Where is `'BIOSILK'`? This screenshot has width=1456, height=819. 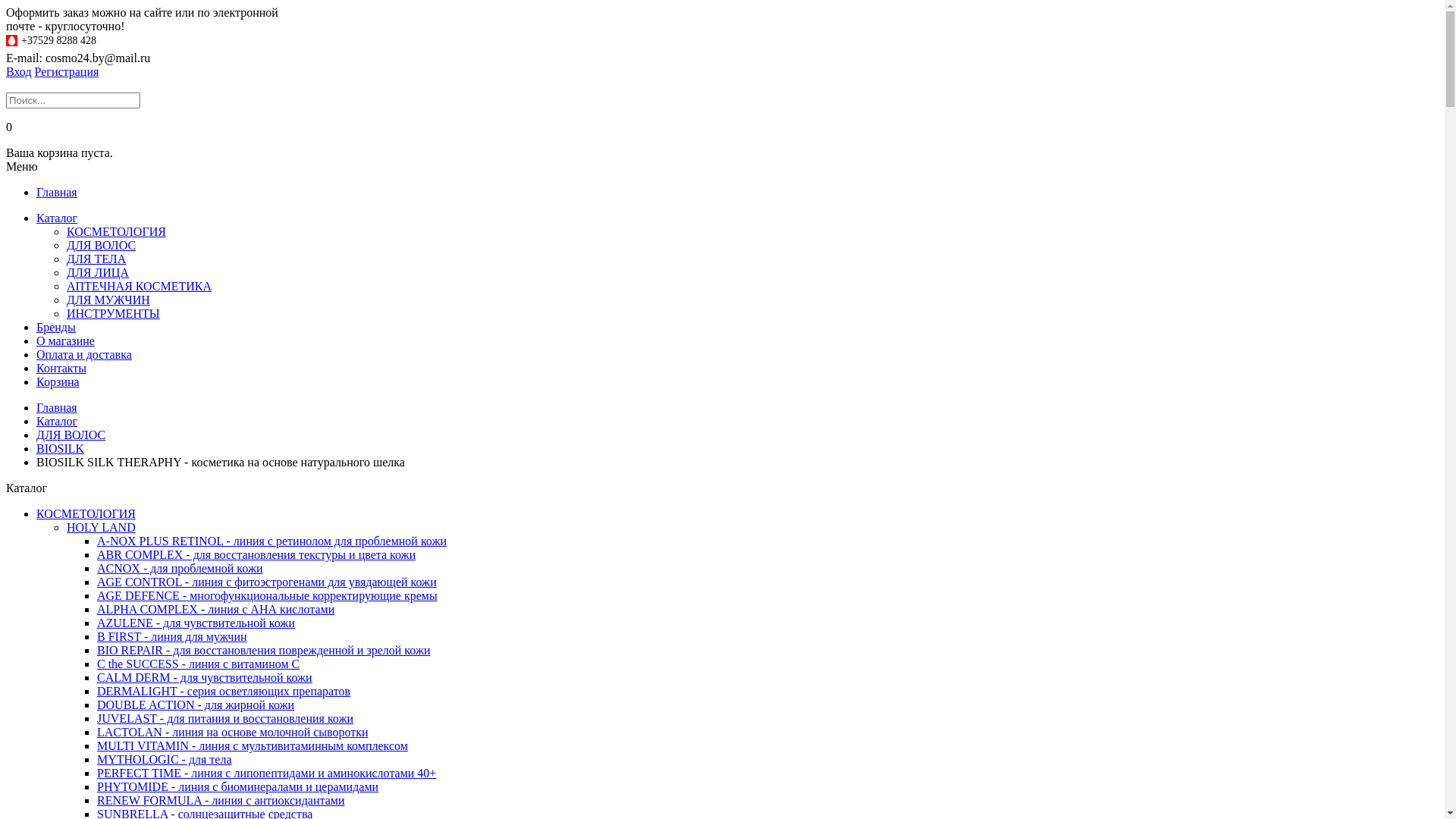
'BIOSILK' is located at coordinates (60, 447).